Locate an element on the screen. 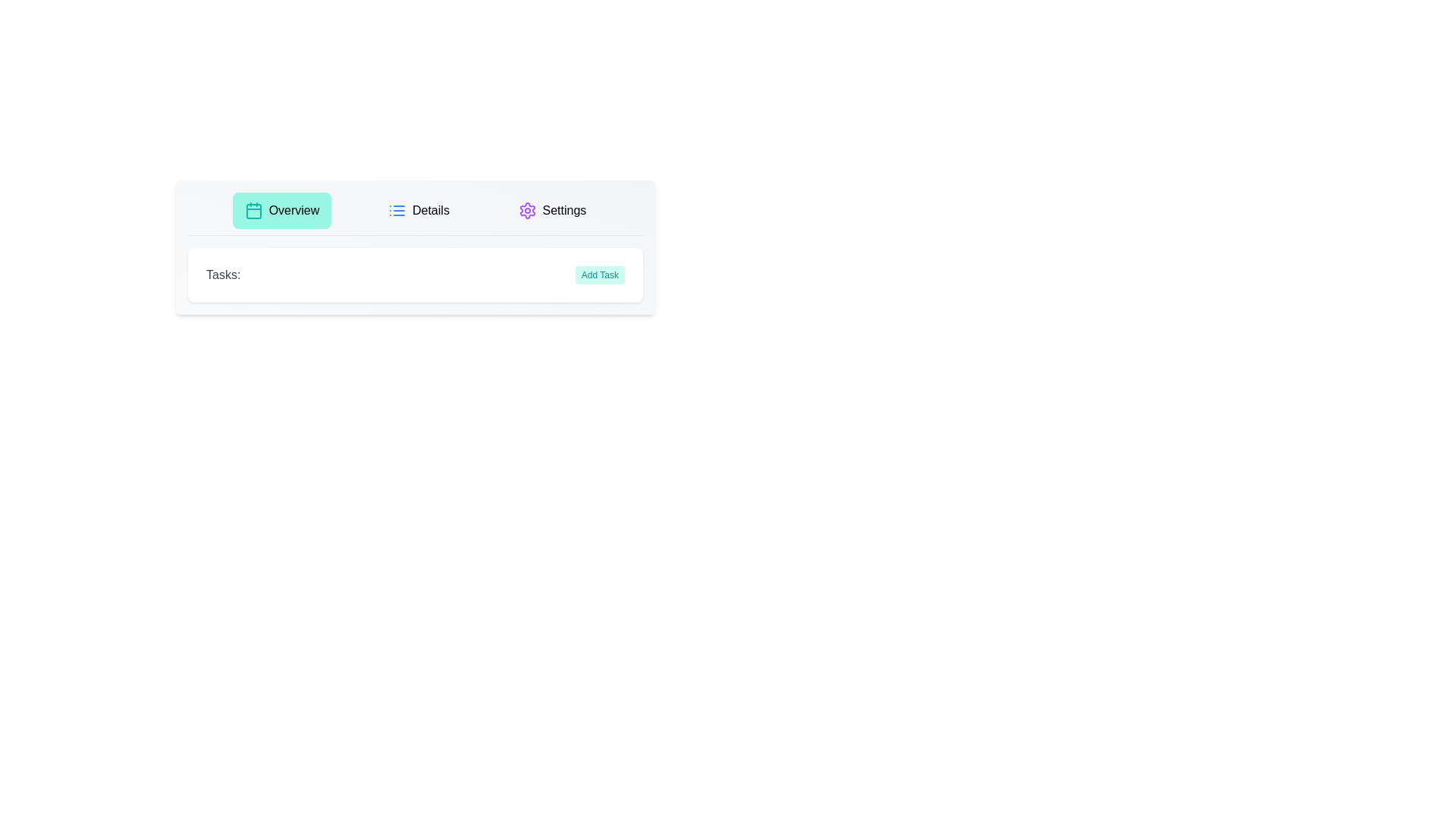 The width and height of the screenshot is (1456, 819). the Details Button to observe its hover effect is located at coordinates (419, 210).